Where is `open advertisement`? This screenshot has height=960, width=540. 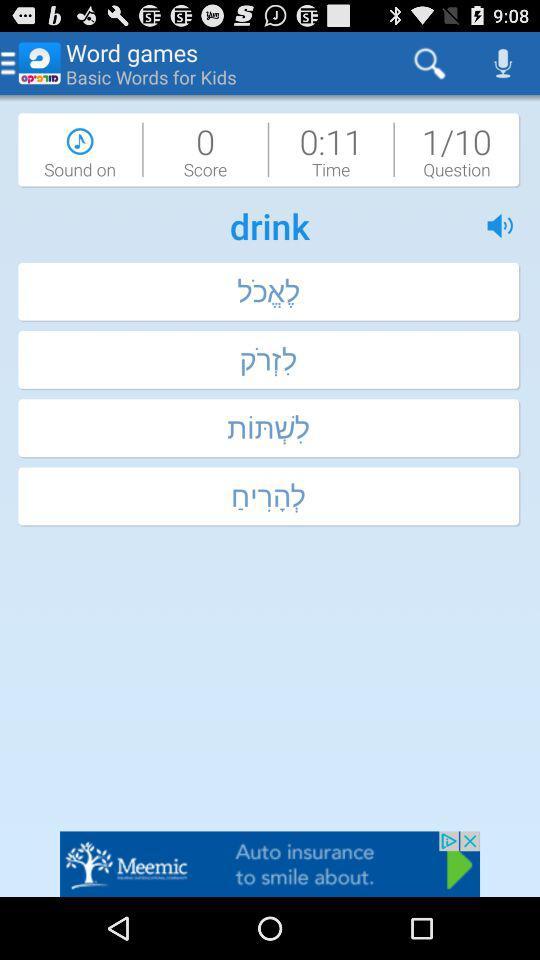 open advertisement is located at coordinates (270, 863).